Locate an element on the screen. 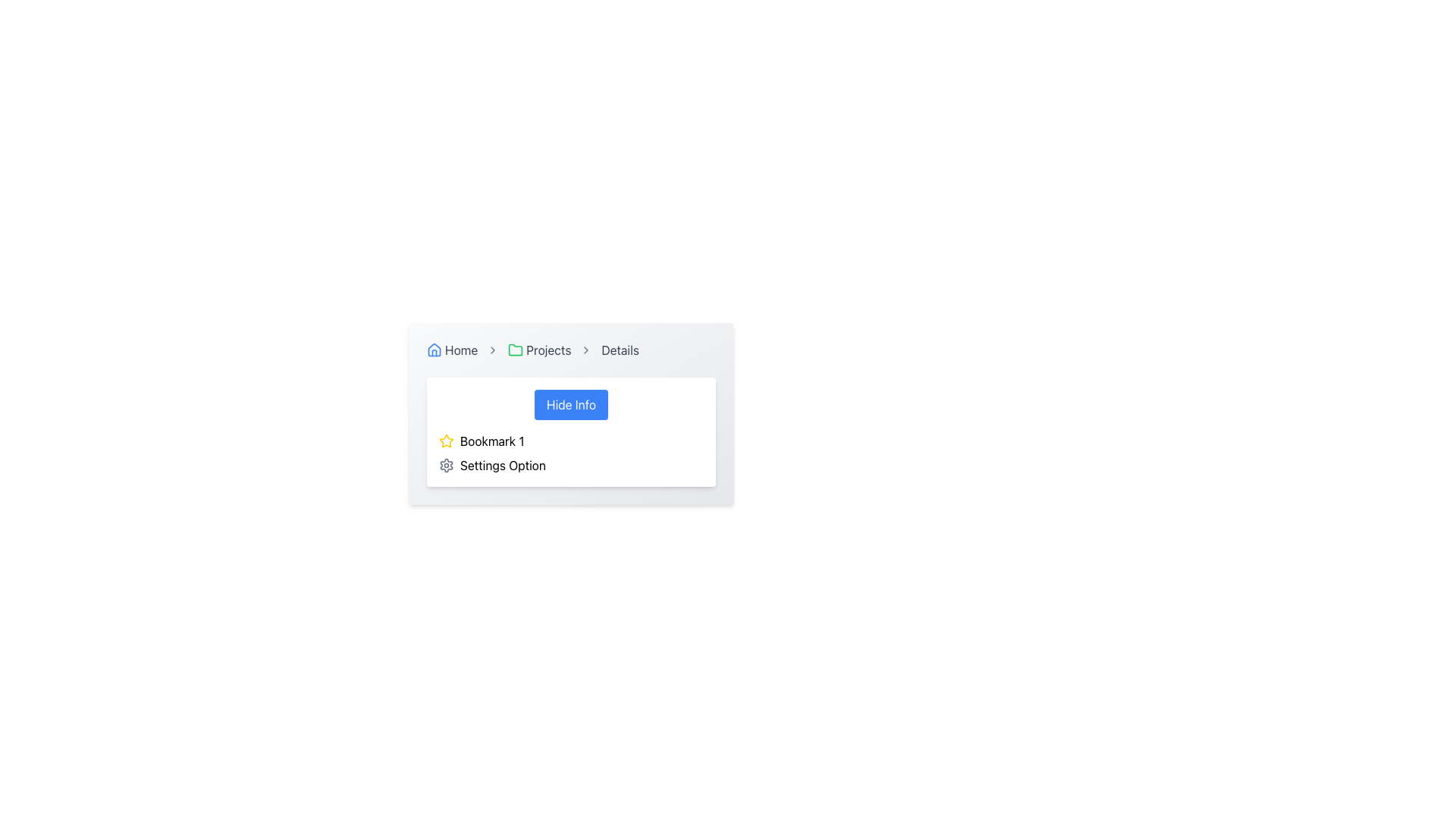 This screenshot has width=1456, height=819. the gear-shaped icon, which is gray and located to the left of the 'Settings Option' text is located at coordinates (446, 464).